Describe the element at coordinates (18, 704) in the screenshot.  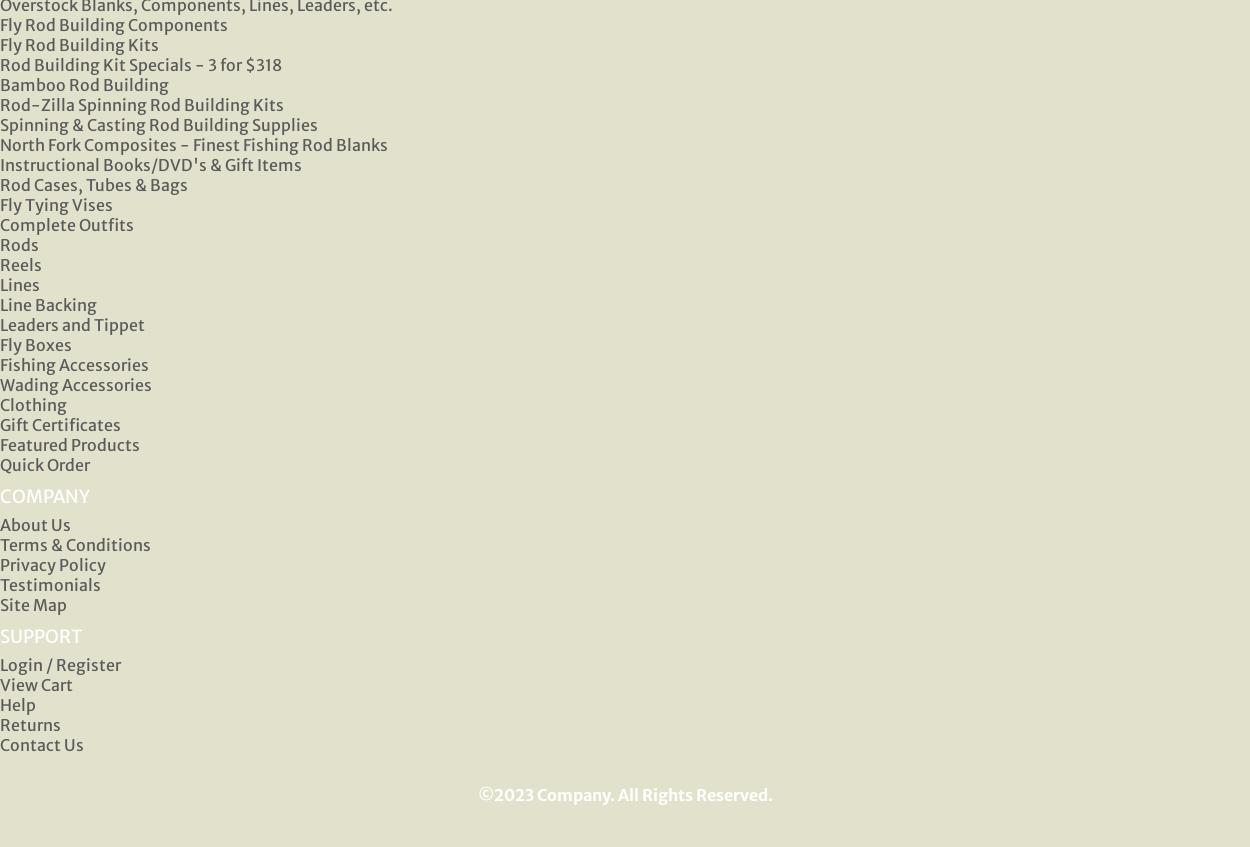
I see `'Help'` at that location.